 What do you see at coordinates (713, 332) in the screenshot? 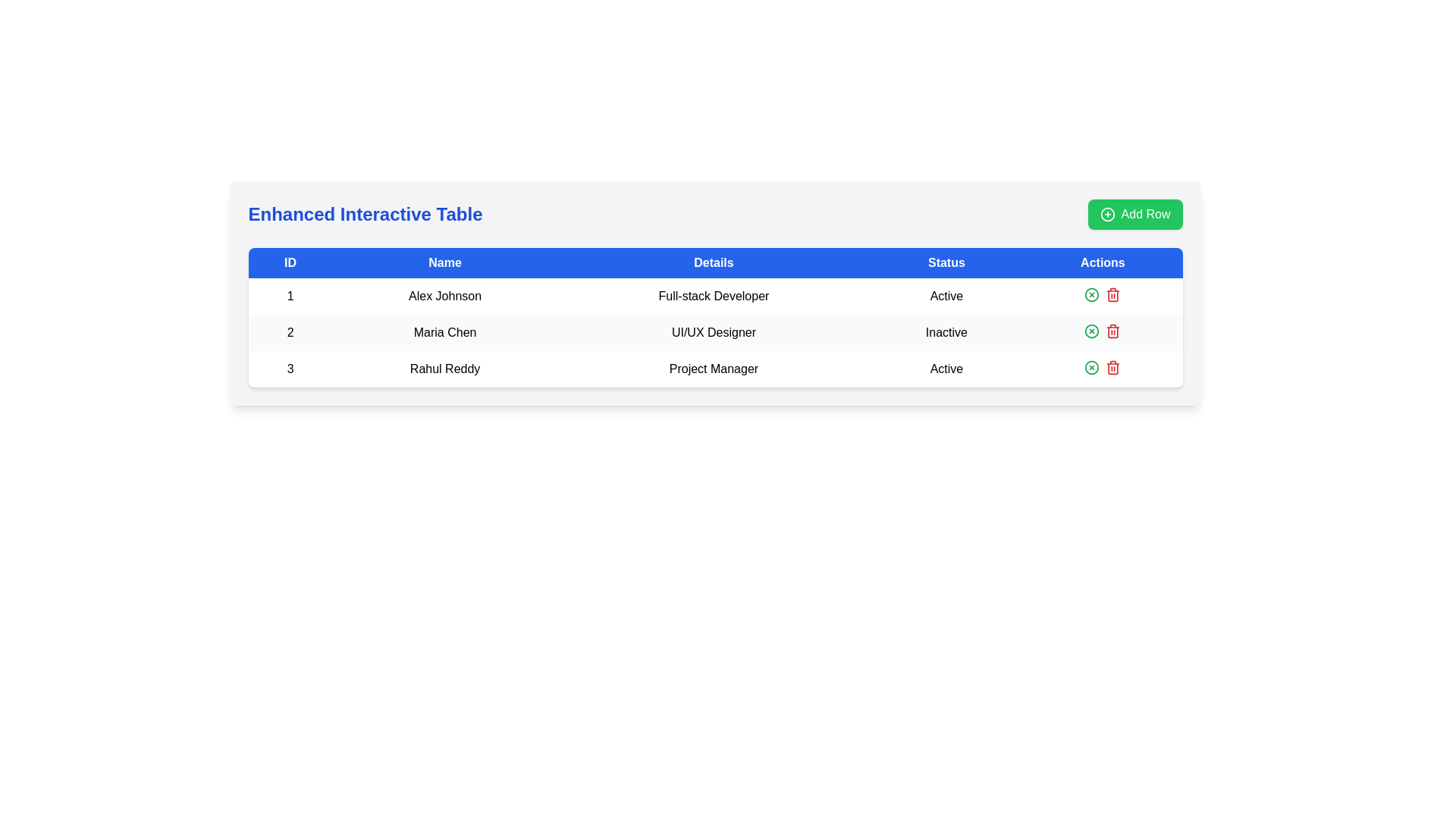
I see `the text label displaying 'UI/UX Designer' in the third column of the second row of the data table` at bounding box center [713, 332].